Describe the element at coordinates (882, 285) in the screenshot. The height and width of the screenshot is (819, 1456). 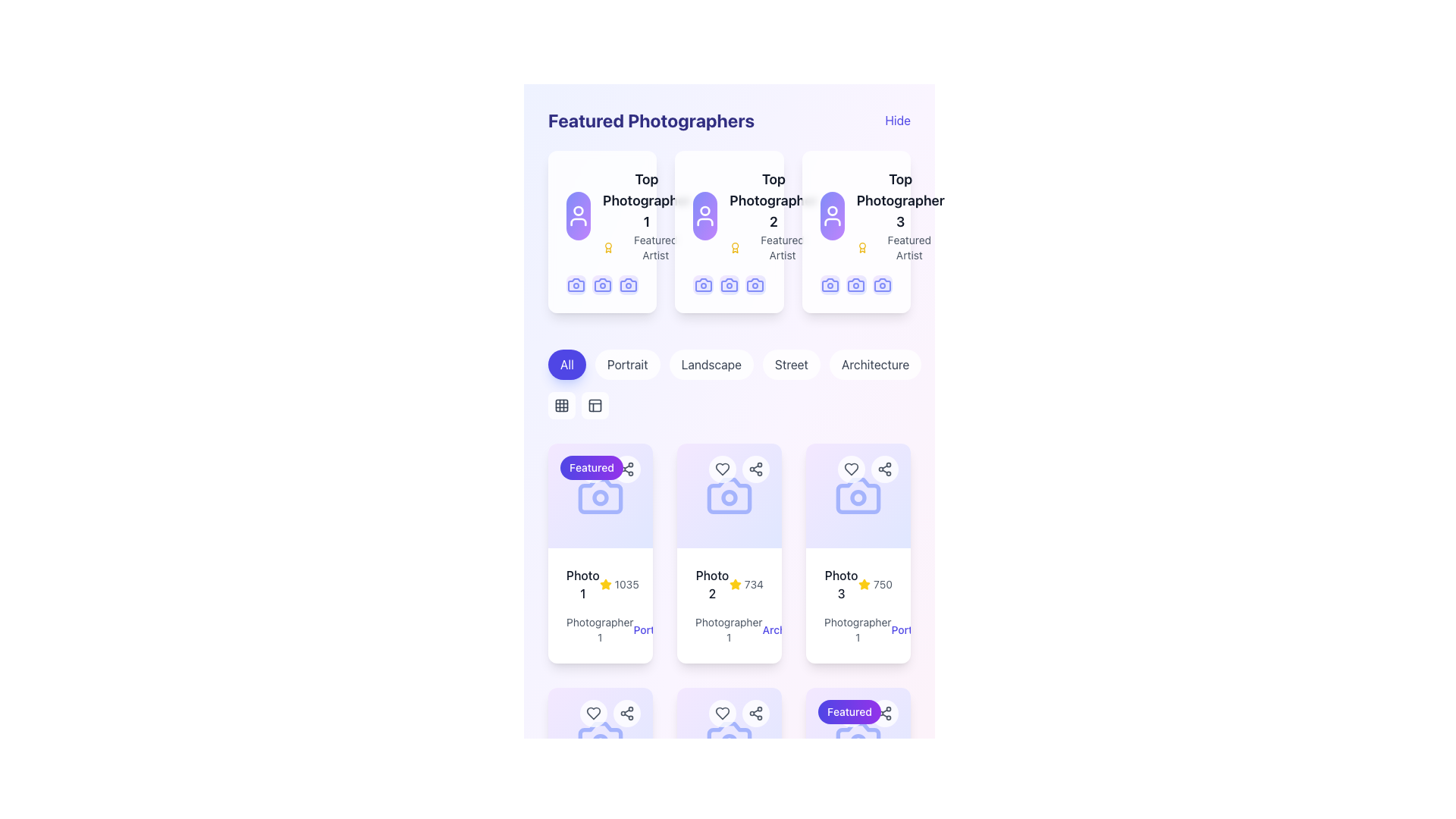
I see `the solid purple camera icon, which is the third item in the row of icons within the 'Top Photographer 3' card of the 'Featured Photographers' section` at that location.